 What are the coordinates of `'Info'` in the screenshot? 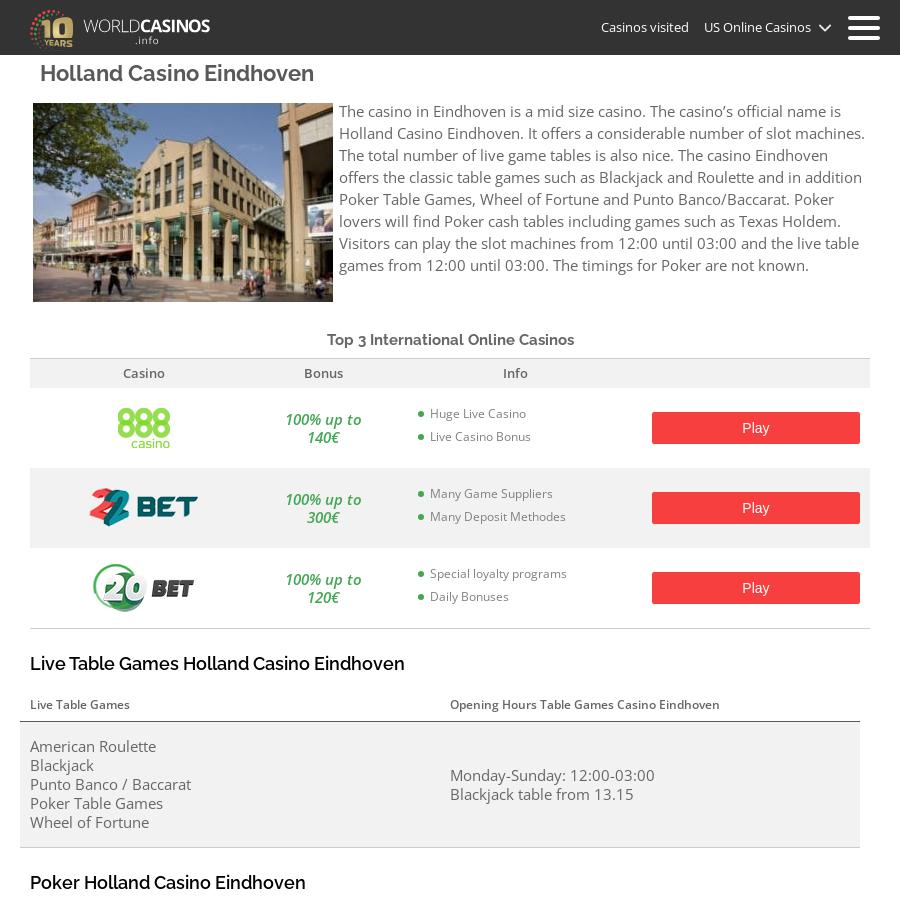 It's located at (501, 372).